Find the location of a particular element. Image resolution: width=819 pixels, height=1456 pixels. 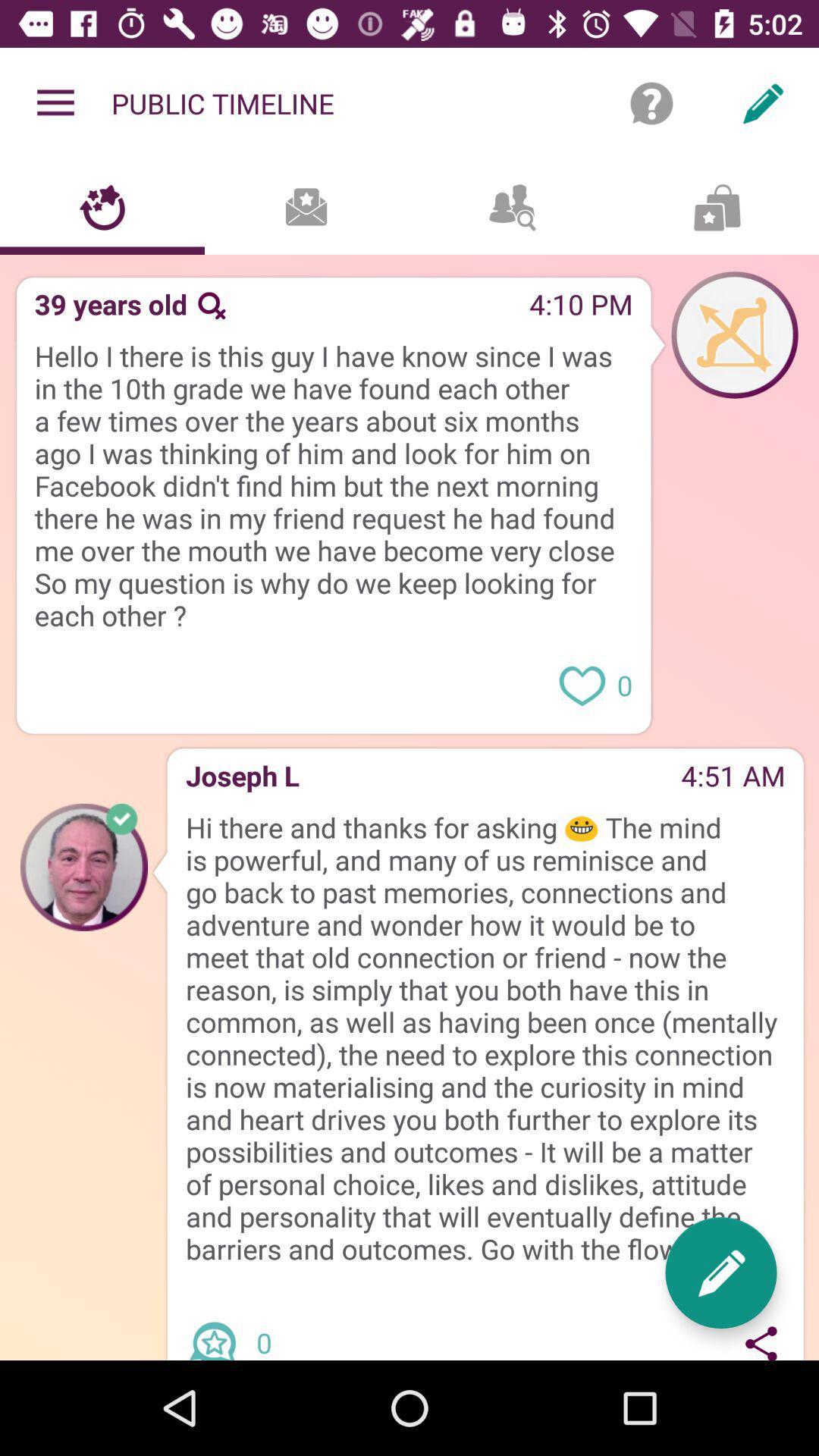

icon above hello i there is located at coordinates (376, 309).